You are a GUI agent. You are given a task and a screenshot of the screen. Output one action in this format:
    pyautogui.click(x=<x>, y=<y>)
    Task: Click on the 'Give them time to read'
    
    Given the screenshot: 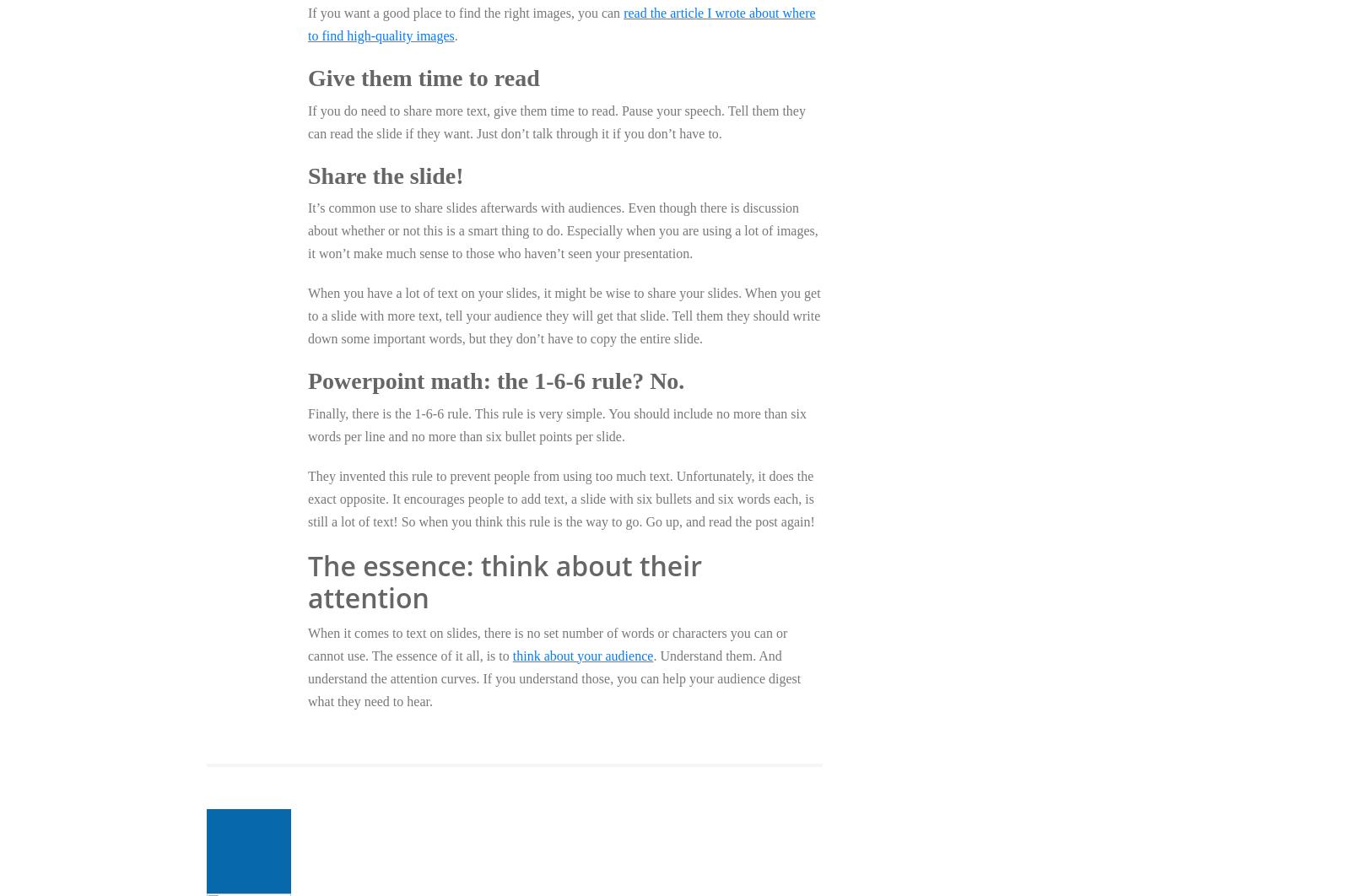 What is the action you would take?
    pyautogui.click(x=422, y=77)
    